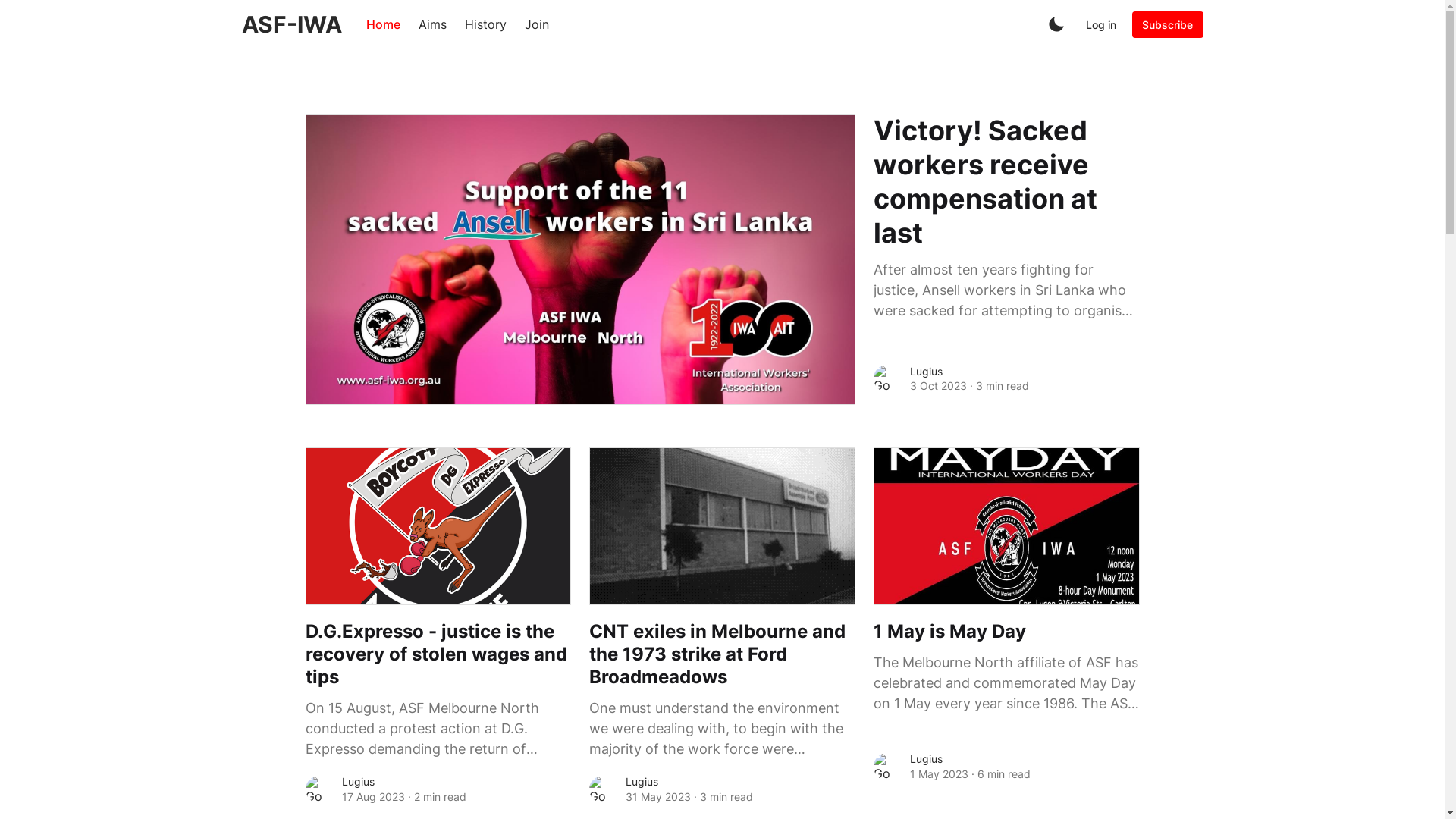  Describe the element at coordinates (887, 766) in the screenshot. I see `'Go to the profile of Lugius'` at that location.